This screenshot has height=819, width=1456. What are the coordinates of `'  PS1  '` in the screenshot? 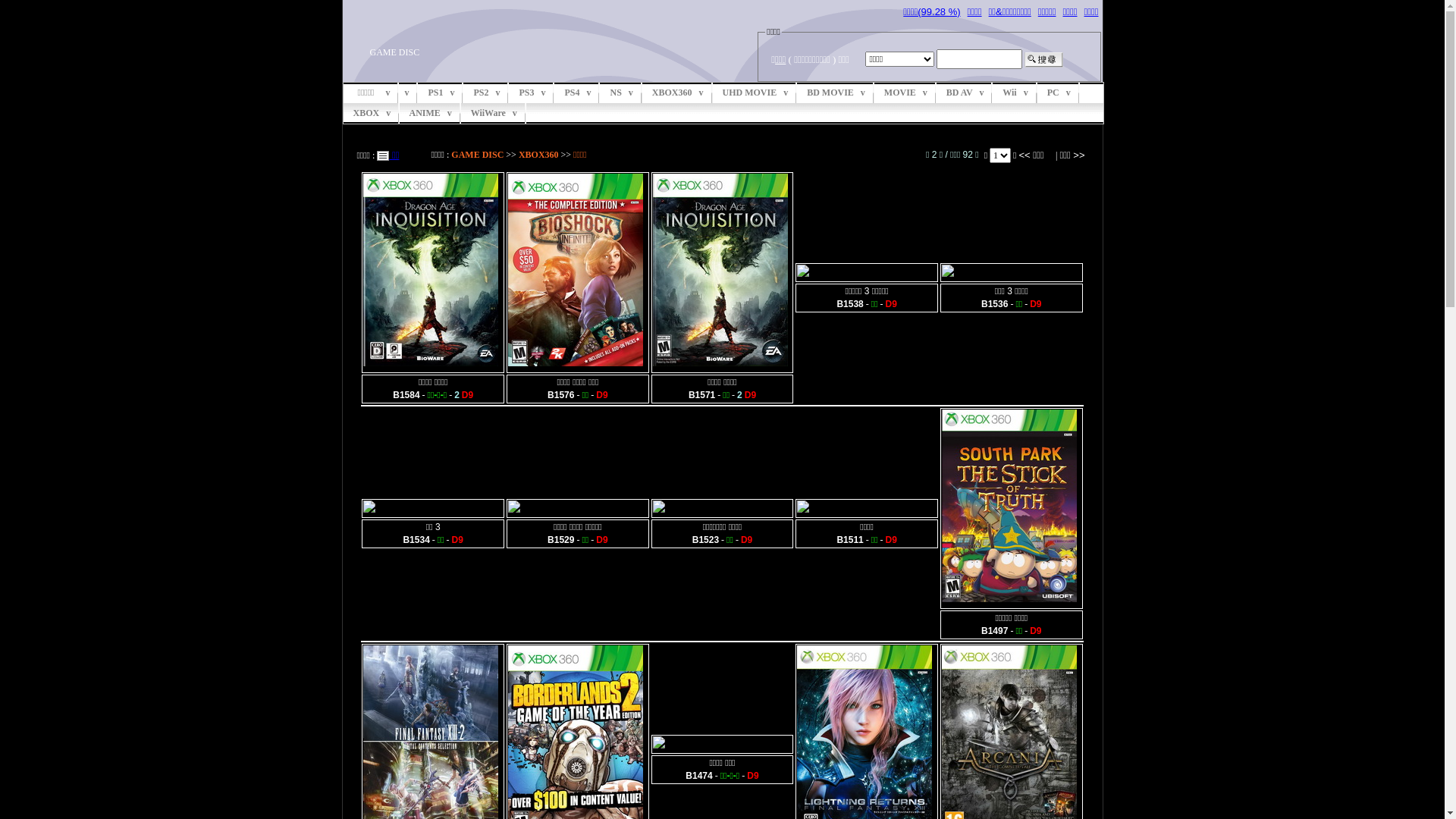 It's located at (439, 93).